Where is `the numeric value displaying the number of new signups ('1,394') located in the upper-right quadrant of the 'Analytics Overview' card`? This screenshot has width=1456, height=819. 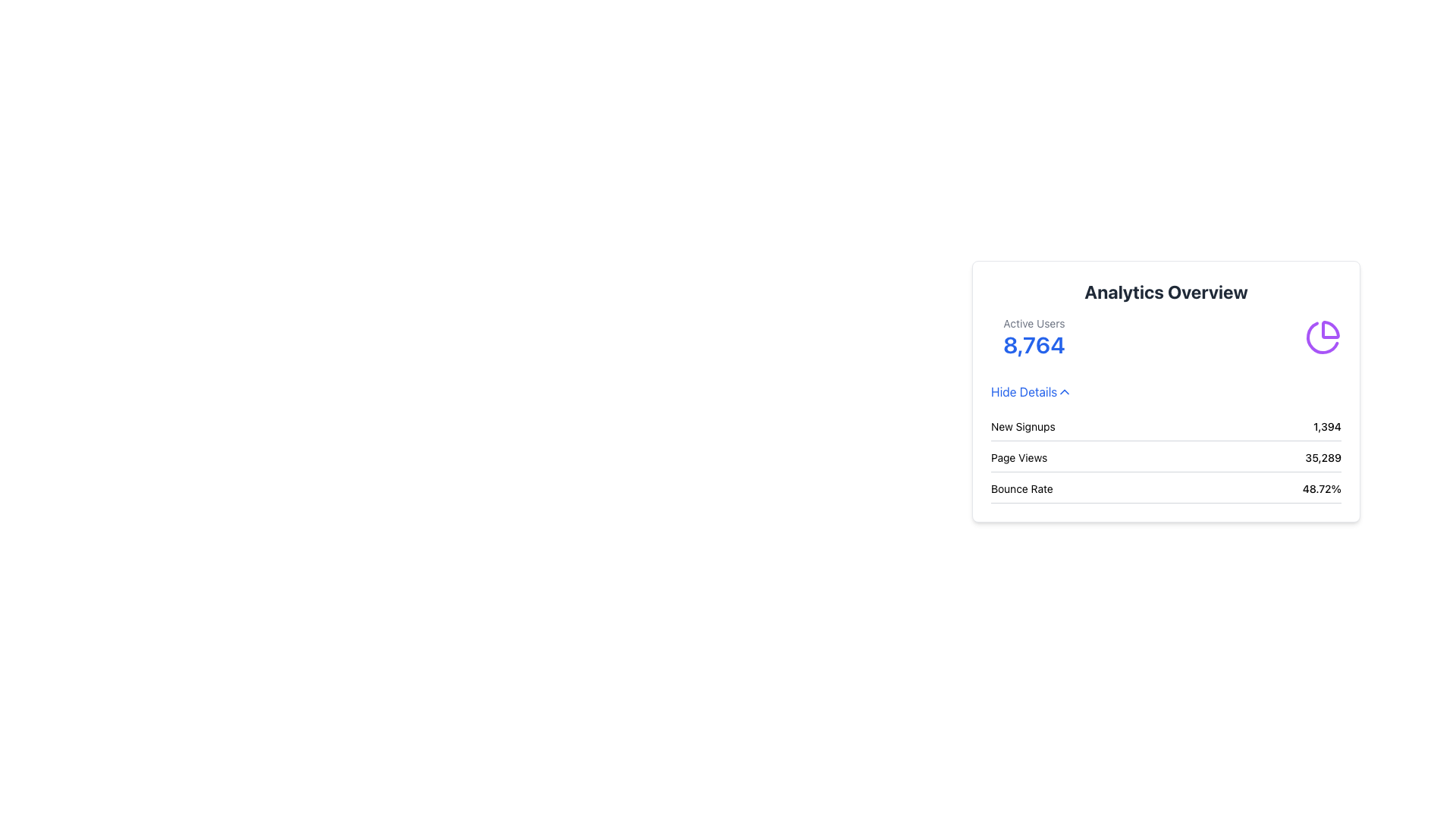
the numeric value displaying the number of new signups ('1,394') located in the upper-right quadrant of the 'Analytics Overview' card is located at coordinates (1326, 427).